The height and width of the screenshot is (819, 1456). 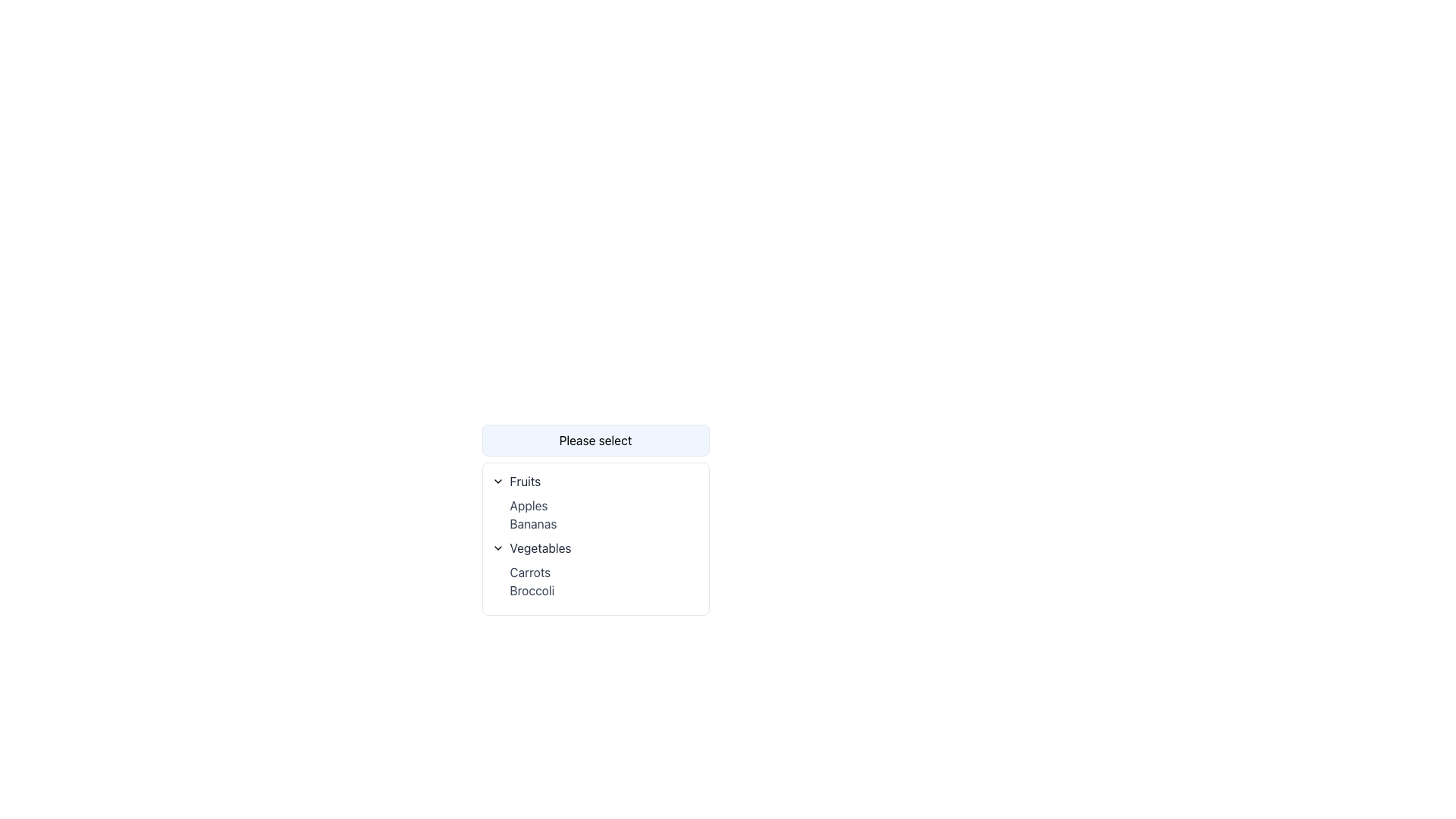 I want to click on the downward-pointing chevron icon next to the 'Vegetables' text in the dropdown menu, so click(x=497, y=548).